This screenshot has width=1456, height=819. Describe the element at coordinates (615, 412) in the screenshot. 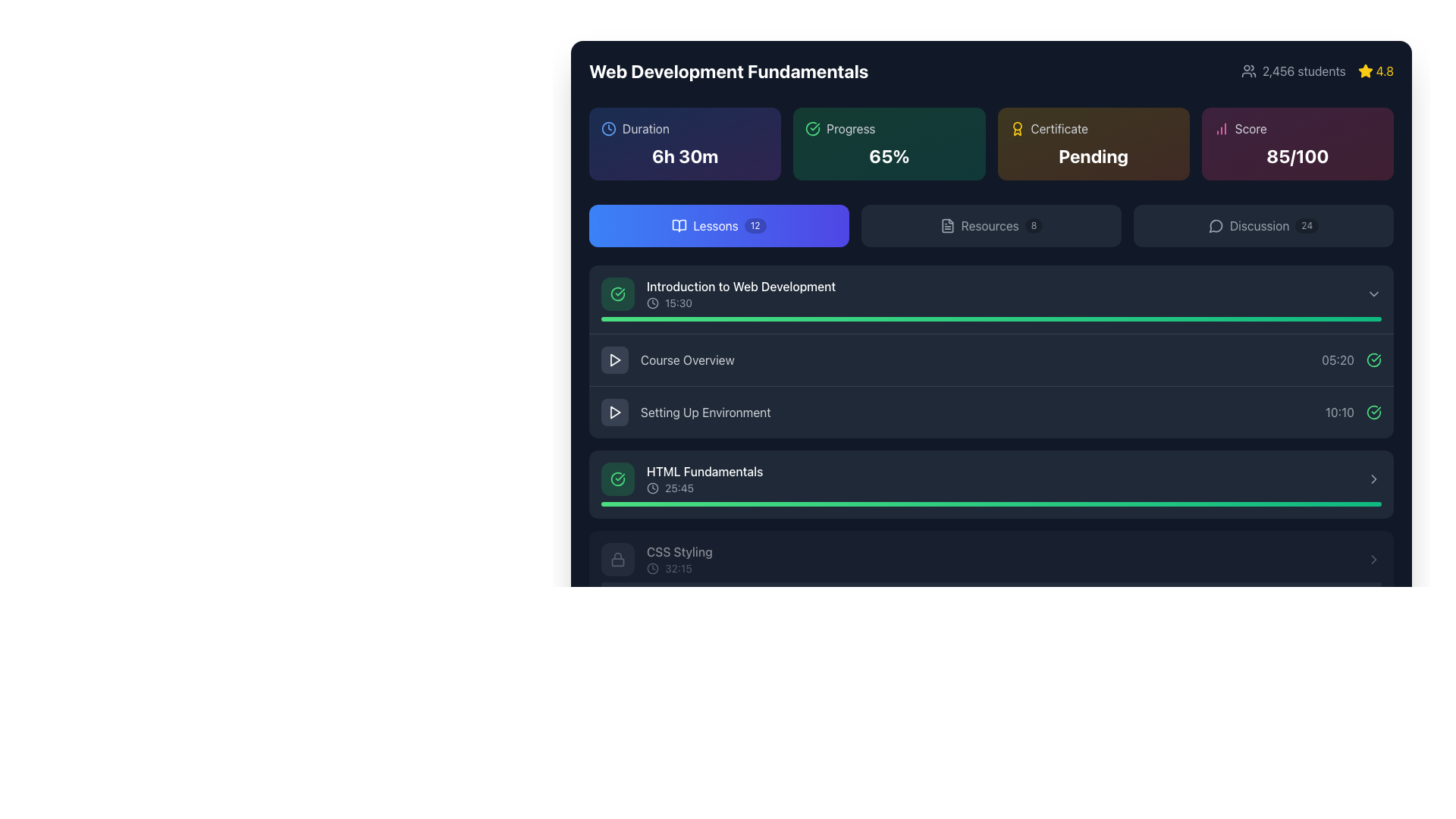

I see `the triangular white play icon located within the circular dark gray button, which is the first interactive component in the third row of the 'Setting Up Environment' course item` at that location.